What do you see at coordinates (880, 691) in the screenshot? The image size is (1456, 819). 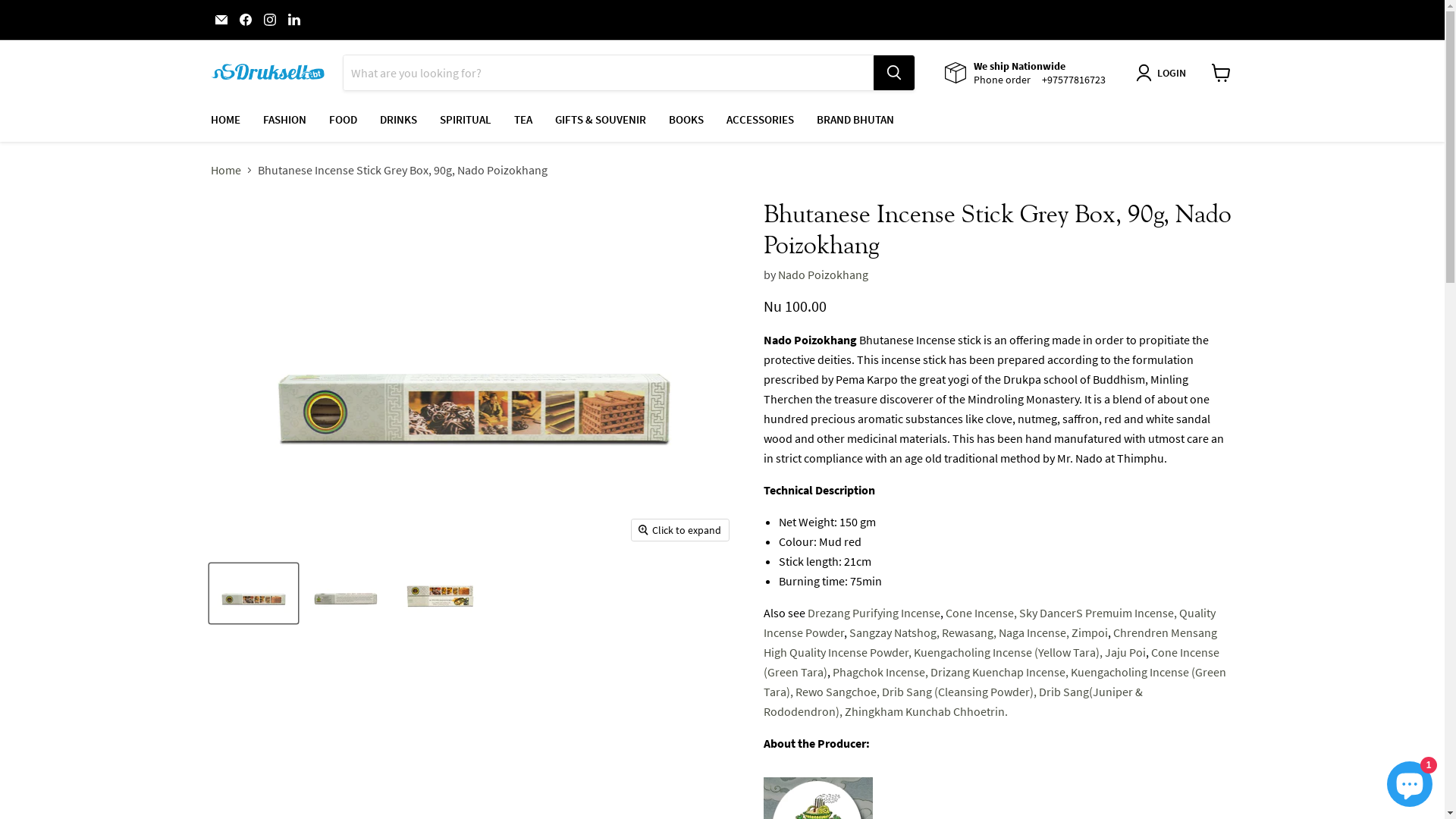 I see `'Drib Sang (Cleansing Powder),'` at bounding box center [880, 691].